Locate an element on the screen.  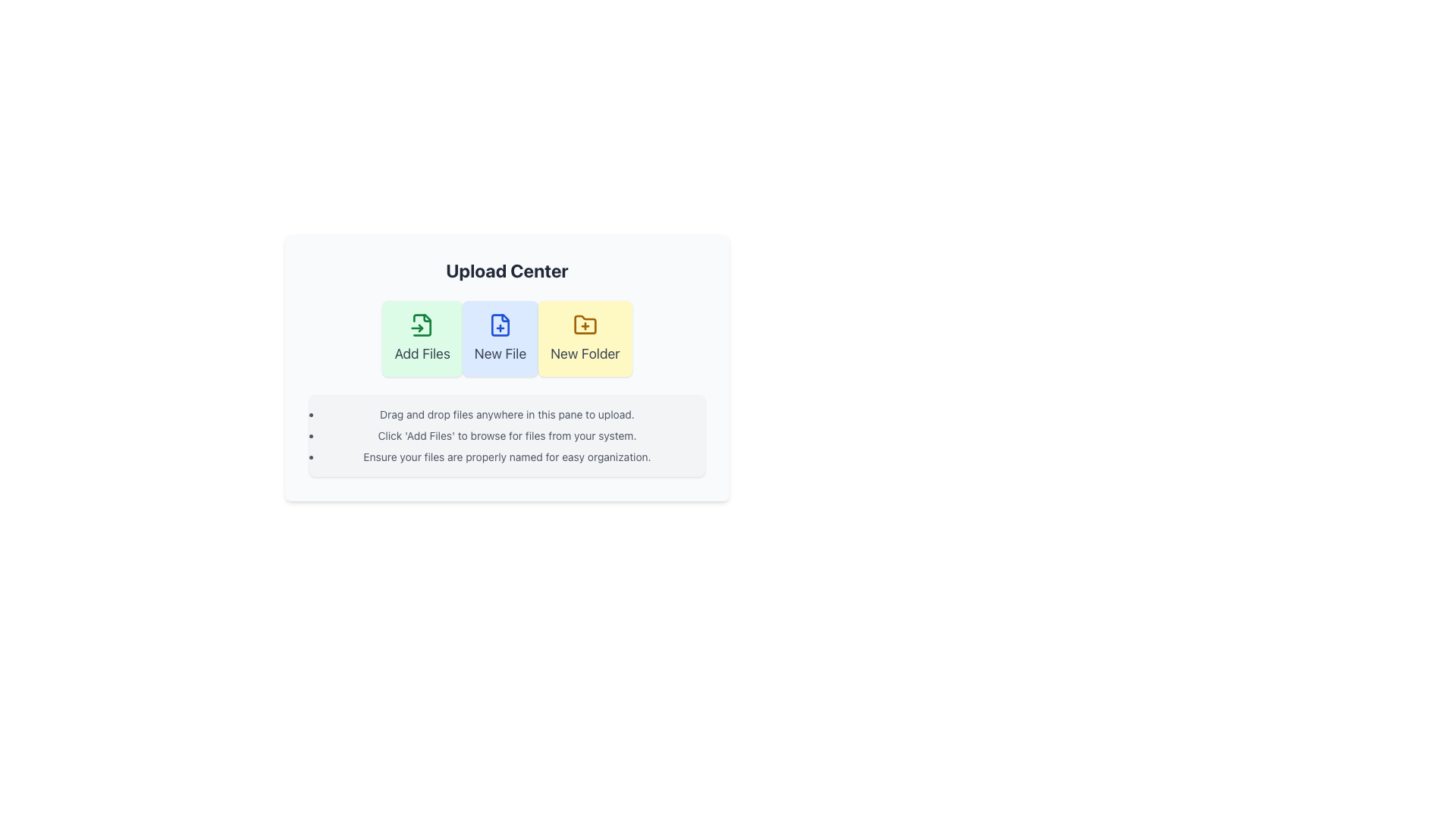
the static text label that provides guidelines for organizing uploaded files, located beneath the 'Upload Center' heading and the three buttons labeled 'Add Files', 'New File', and 'New Folder' is located at coordinates (507, 456).